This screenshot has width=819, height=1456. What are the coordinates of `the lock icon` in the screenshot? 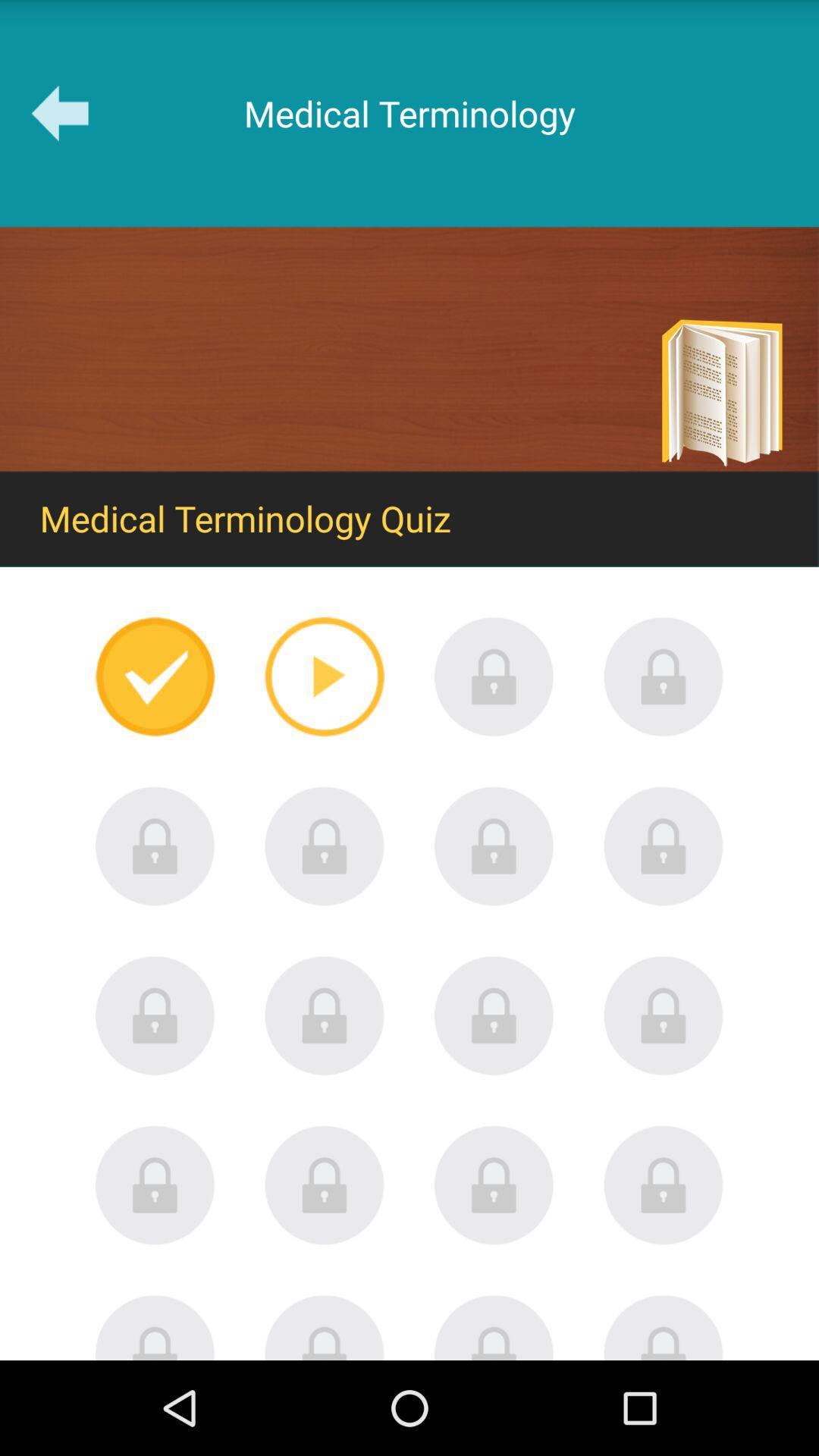 It's located at (663, 1268).